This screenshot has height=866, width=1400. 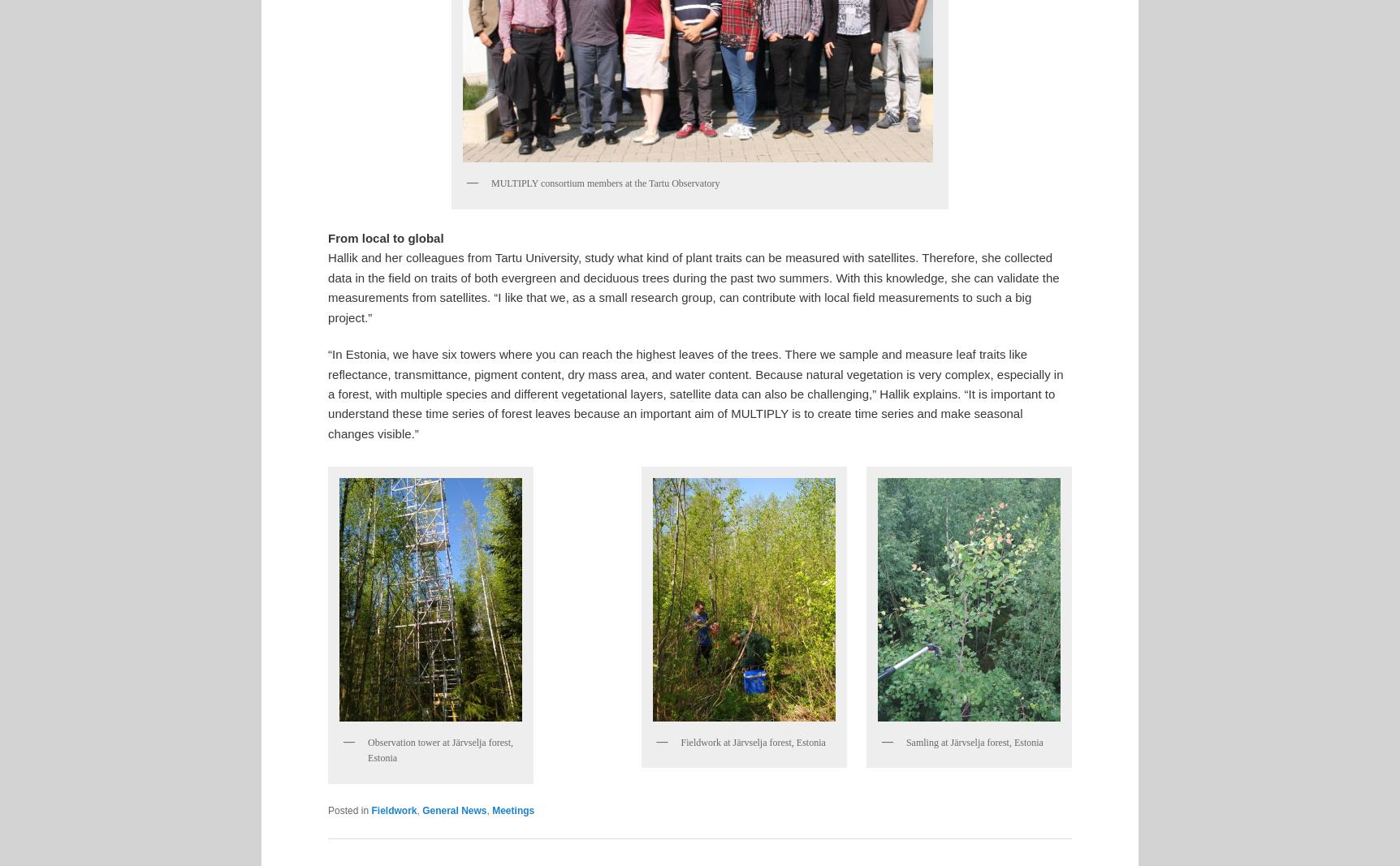 What do you see at coordinates (974, 741) in the screenshot?
I see `'Samling at Järvselja forest, Estonia'` at bounding box center [974, 741].